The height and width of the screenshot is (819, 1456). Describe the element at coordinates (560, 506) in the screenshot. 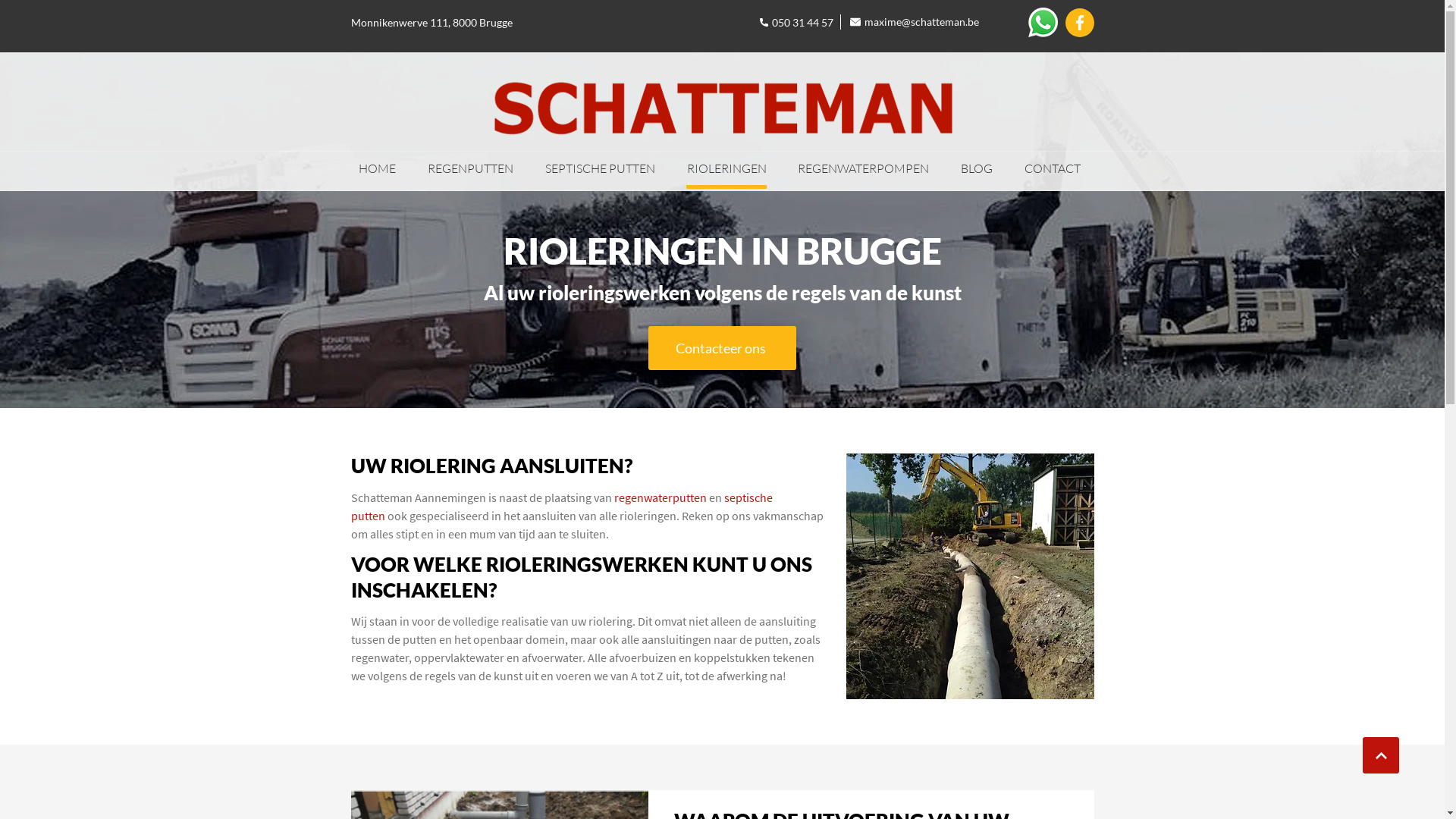

I see `'septische putten'` at that location.